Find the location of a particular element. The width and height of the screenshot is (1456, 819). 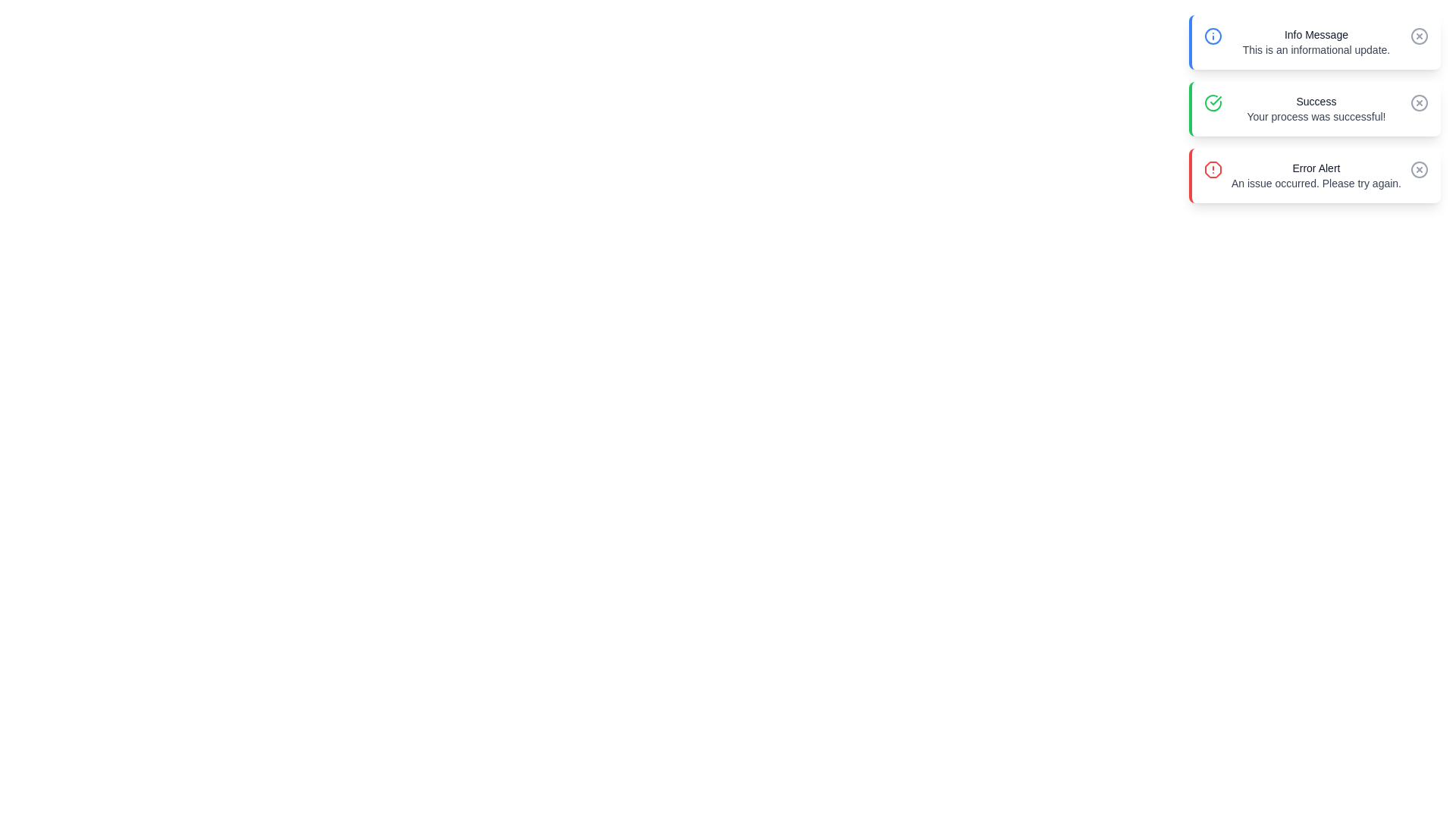

text content of the alert component with a red border on its left edge, displaying 'Error Alert' and the message 'An issue occurred. Please try again.' is located at coordinates (1313, 174).